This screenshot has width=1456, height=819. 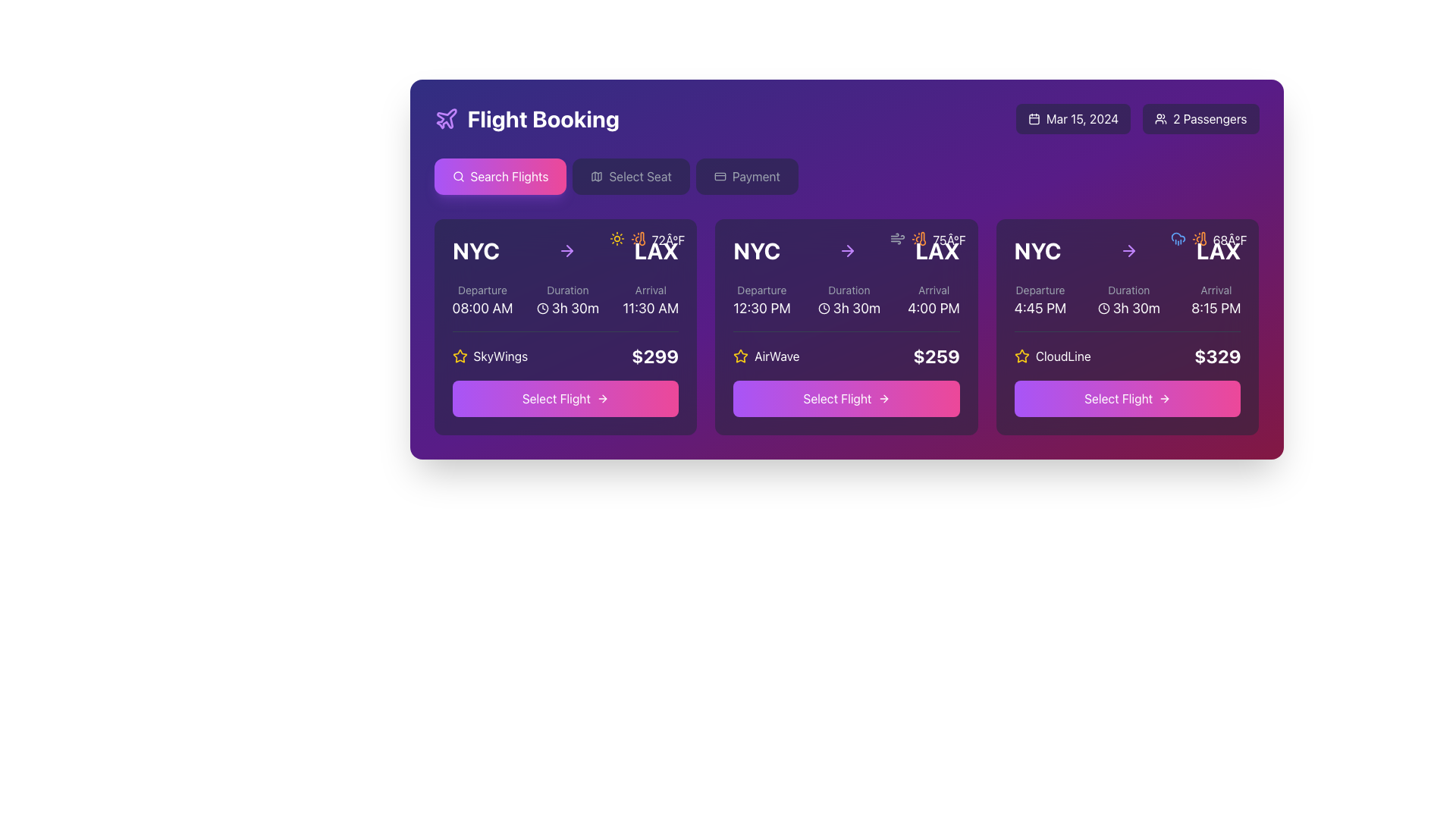 What do you see at coordinates (883, 397) in the screenshot?
I see `the 'Select Flight' button which contains the arrow icon indicating the proceed action` at bounding box center [883, 397].